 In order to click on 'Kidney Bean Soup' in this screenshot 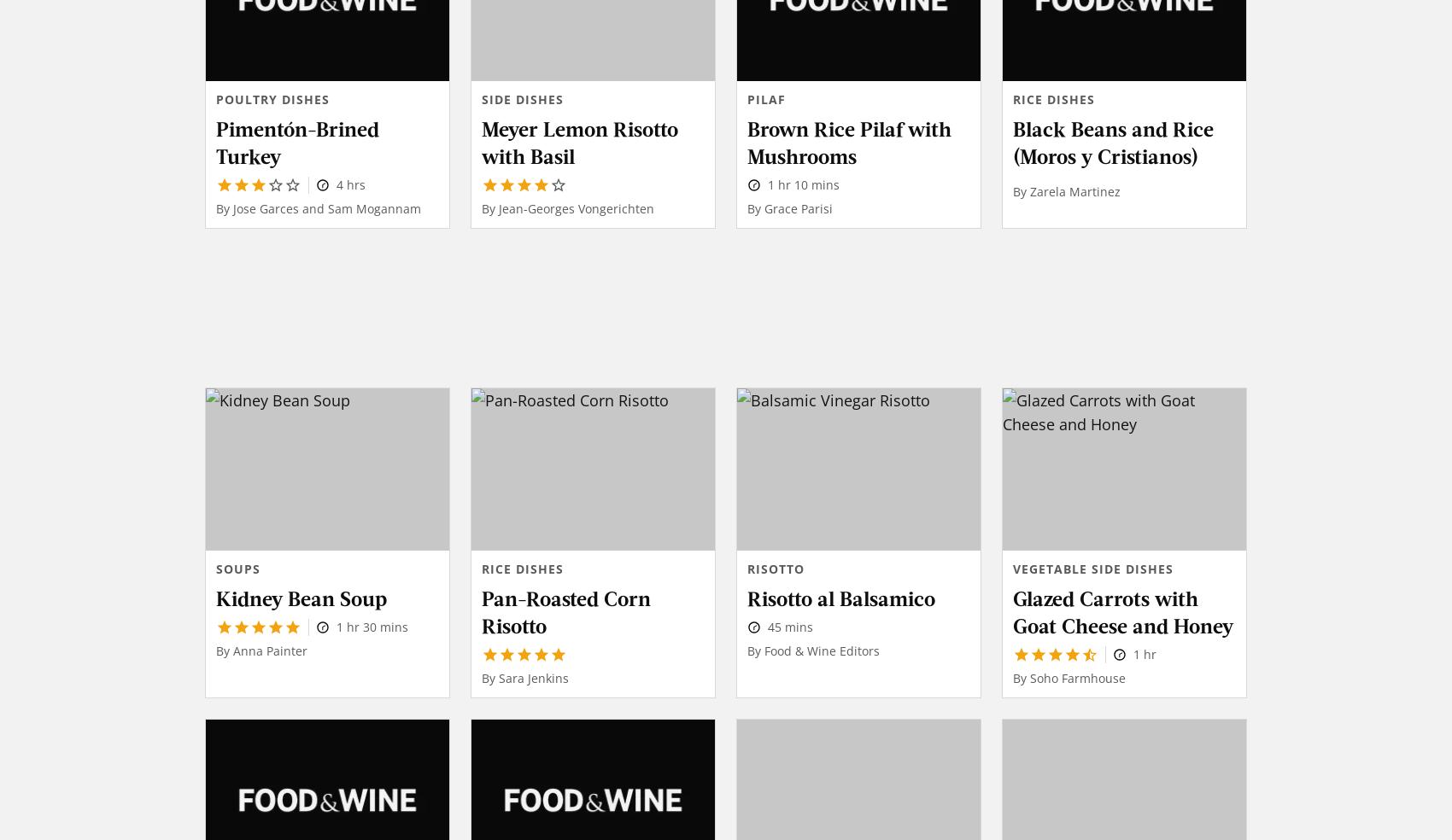, I will do `click(300, 597)`.